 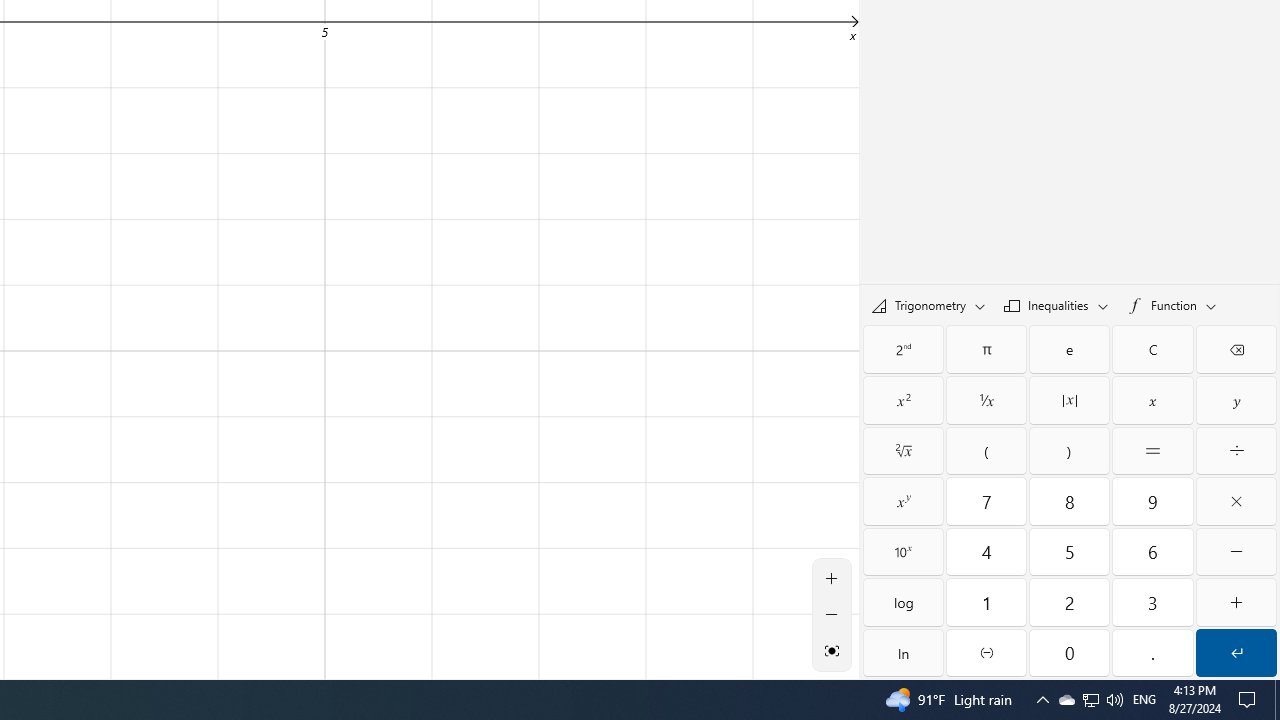 What do you see at coordinates (986, 500) in the screenshot?
I see `'Seven'` at bounding box center [986, 500].